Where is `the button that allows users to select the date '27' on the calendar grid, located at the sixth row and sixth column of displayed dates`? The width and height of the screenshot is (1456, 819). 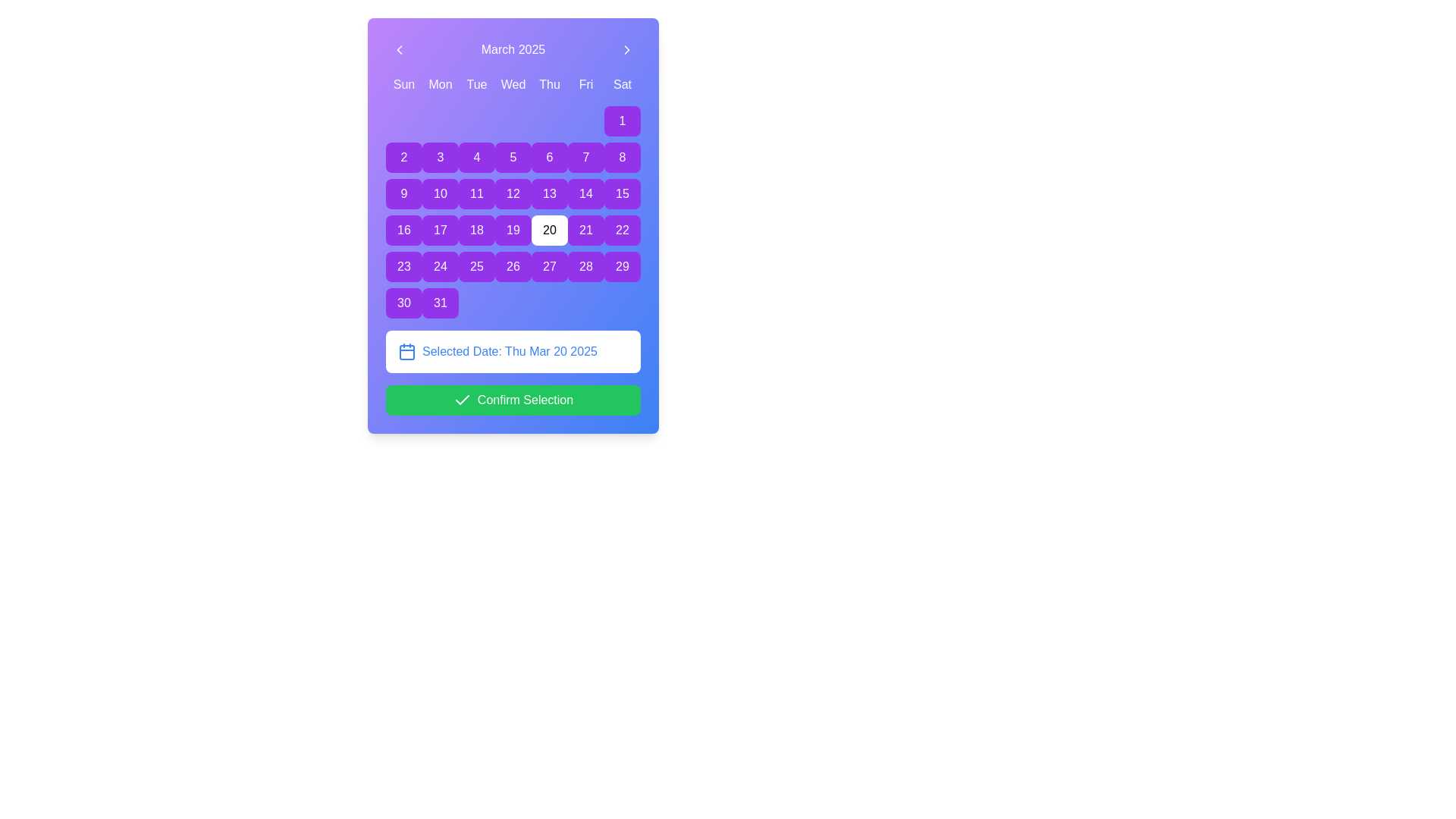
the button that allows users to select the date '27' on the calendar grid, located at the sixth row and sixth column of displayed dates is located at coordinates (548, 265).